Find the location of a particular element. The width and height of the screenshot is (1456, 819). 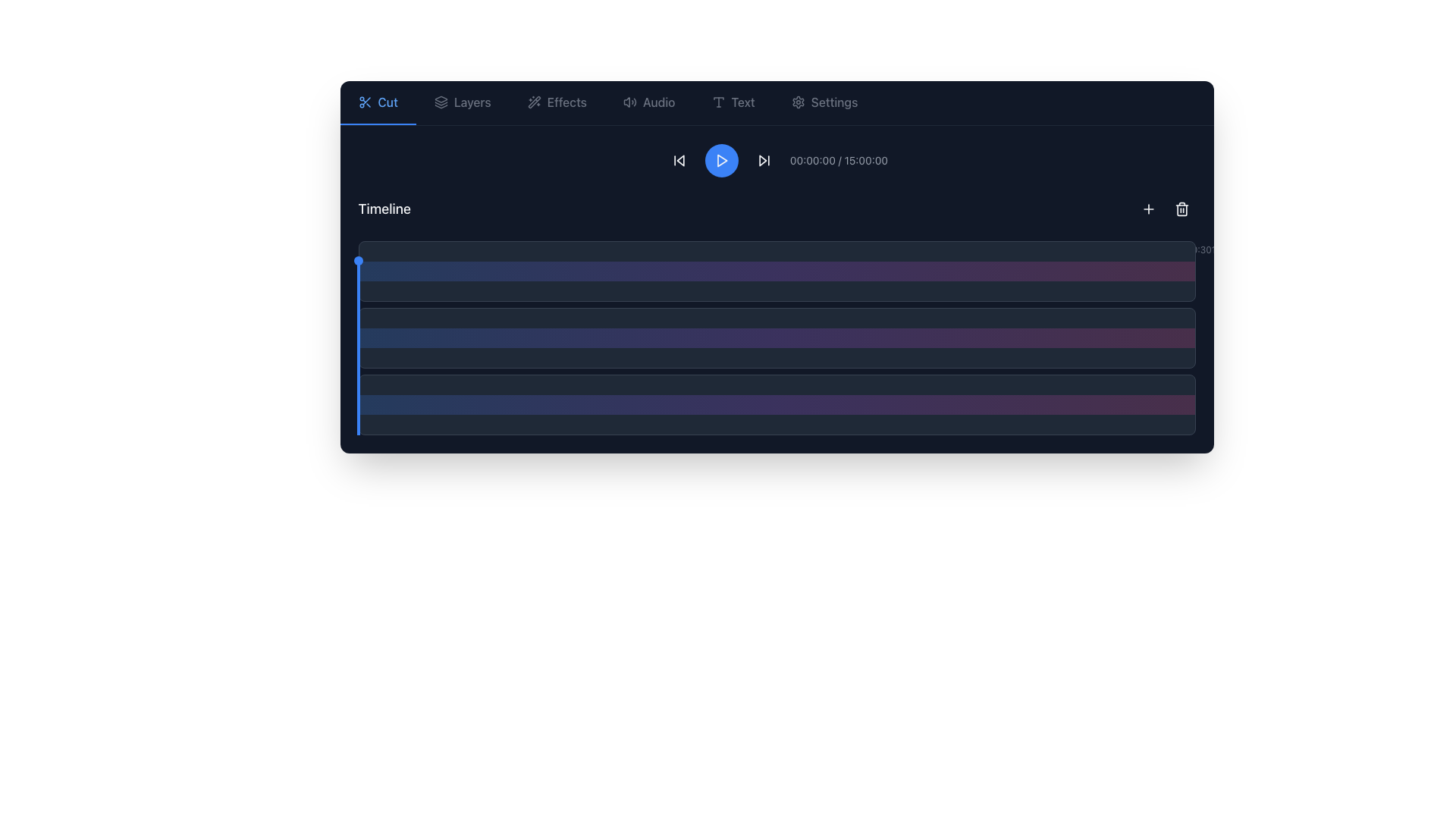

the Text label displaying the time '4:15', which is styled with a light color on a dark background and positioned as the eighteenth time indicator in the timeline interface is located at coordinates (703, 249).